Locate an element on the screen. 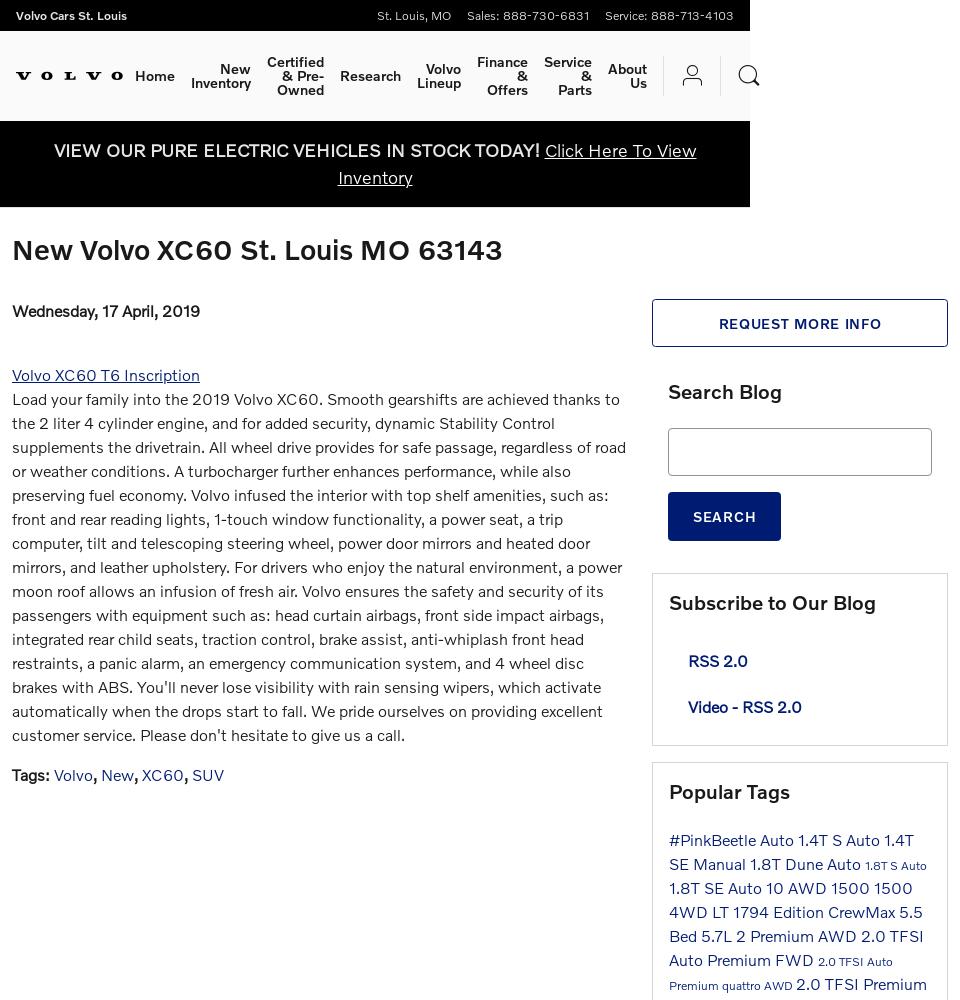  'Home' is located at coordinates (154, 74).